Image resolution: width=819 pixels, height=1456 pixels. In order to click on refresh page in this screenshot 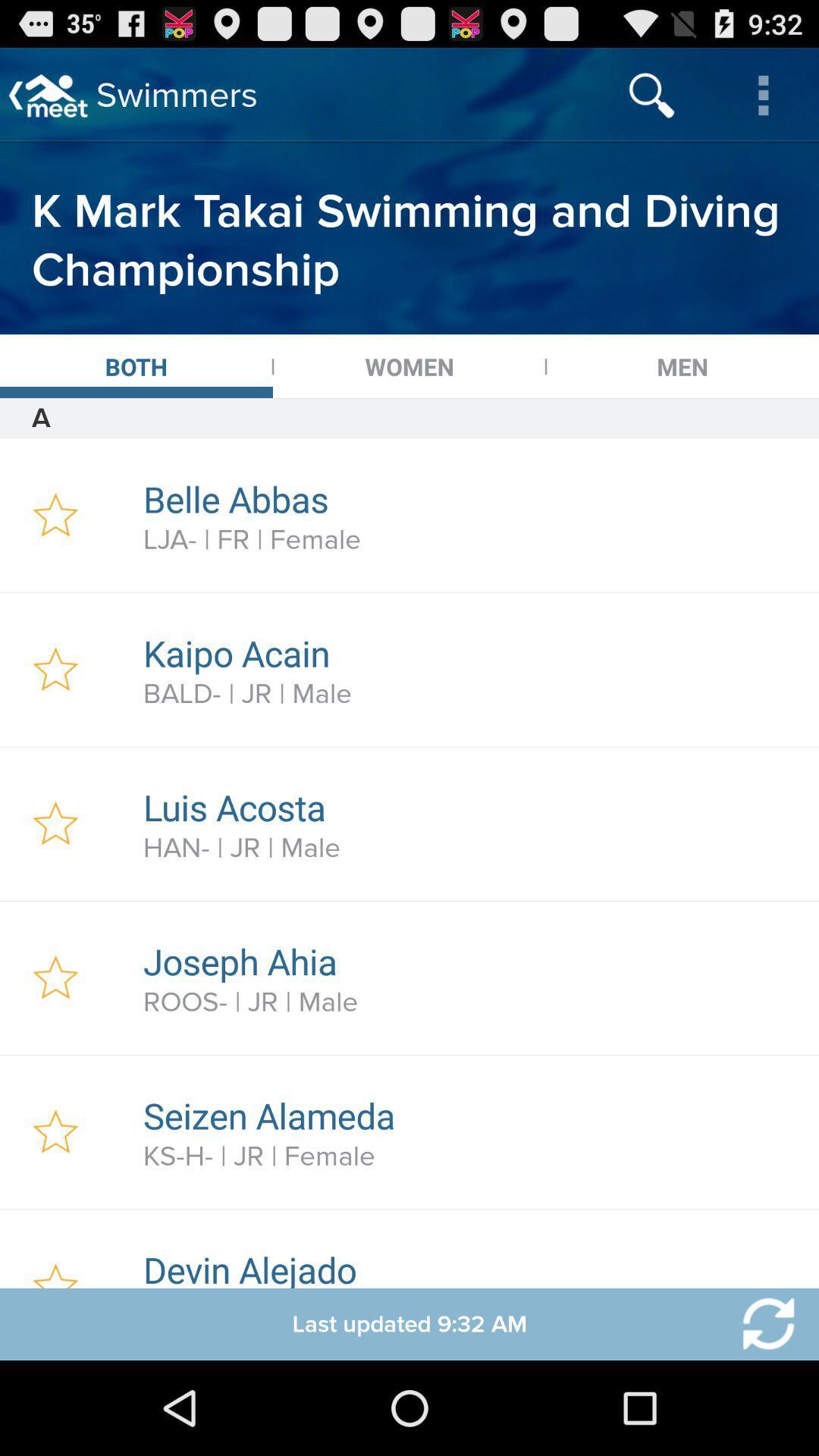, I will do `click(759, 1323)`.